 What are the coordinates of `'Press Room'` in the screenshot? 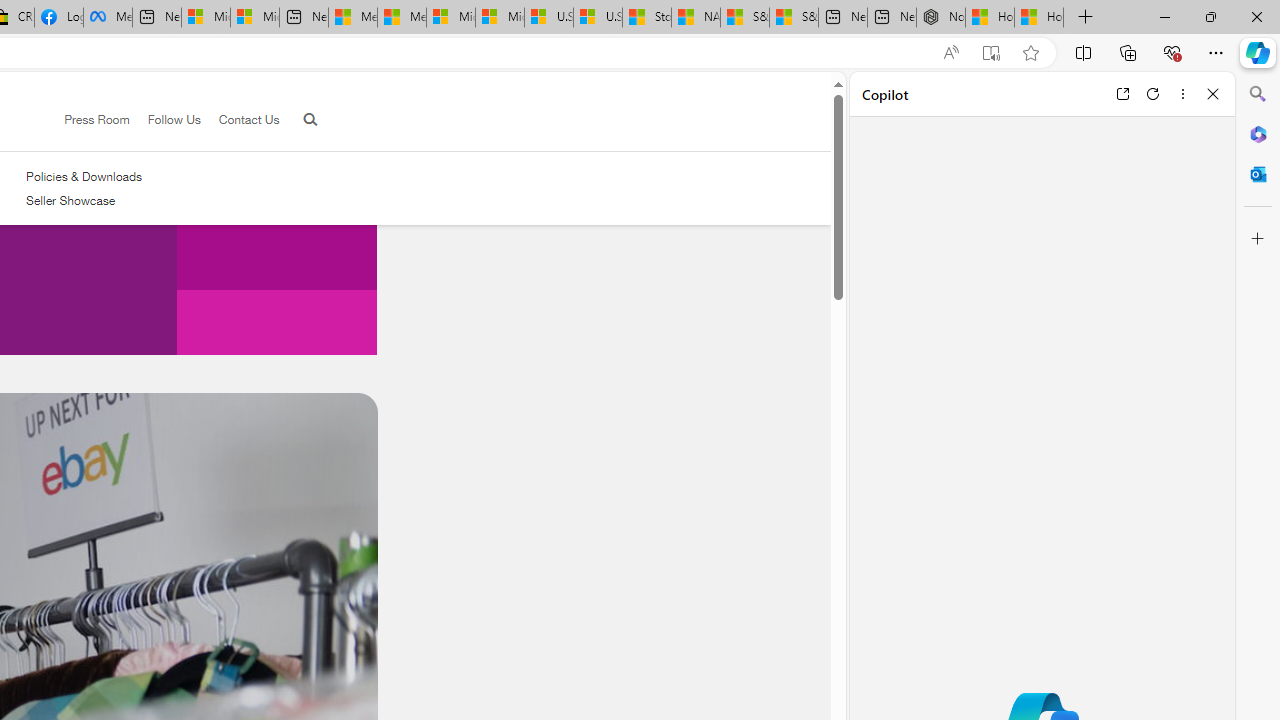 It's located at (87, 120).